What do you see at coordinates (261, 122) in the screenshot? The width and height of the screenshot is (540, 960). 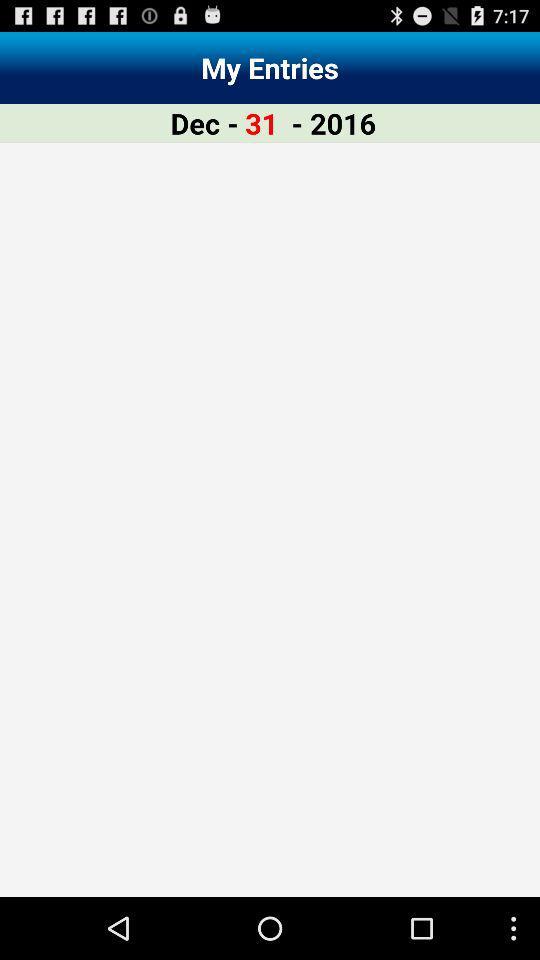 I see `the item to the left of the - 2016 app` at bounding box center [261, 122].